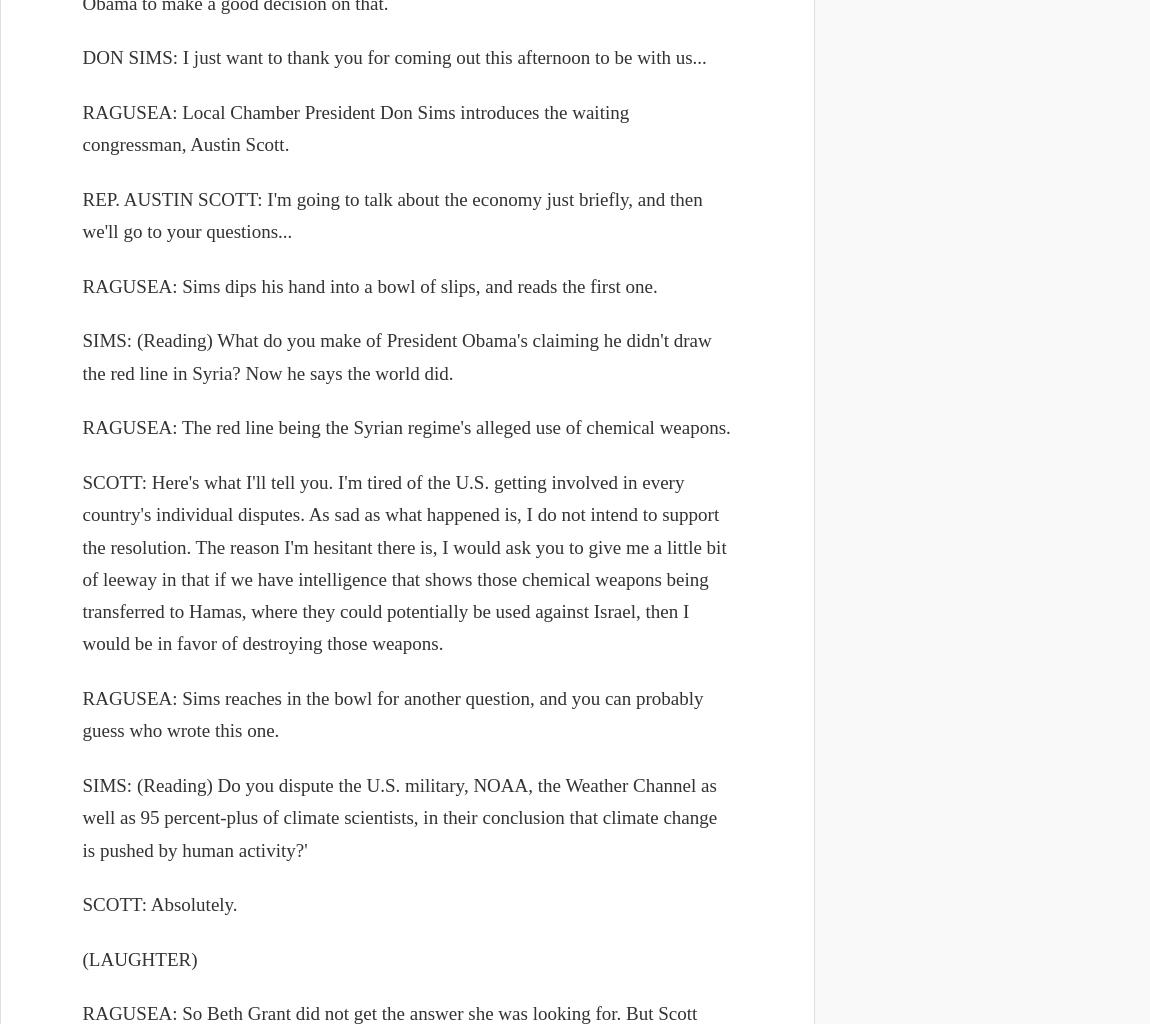  What do you see at coordinates (80, 285) in the screenshot?
I see `'RAGUSEA: Sims dips his hand into a bowl of slips, and reads the first one.'` at bounding box center [80, 285].